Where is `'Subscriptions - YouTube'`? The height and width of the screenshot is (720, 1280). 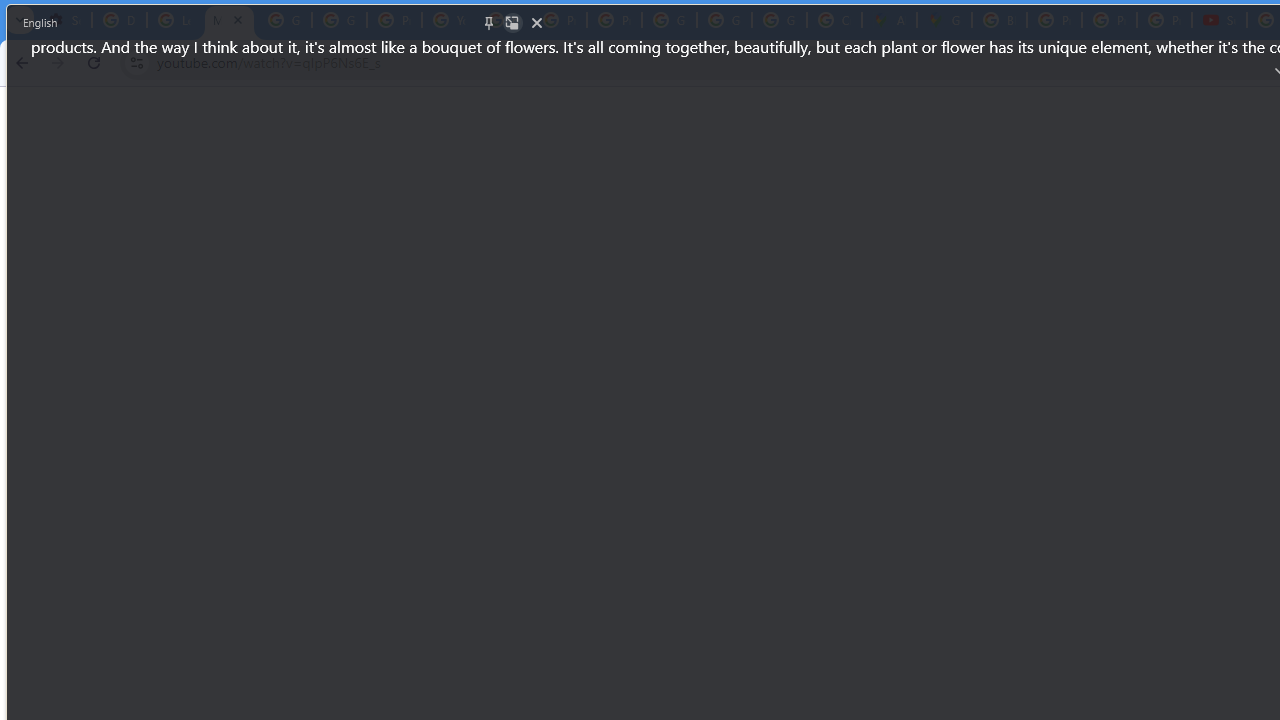
'Subscriptions - YouTube' is located at coordinates (1218, 20).